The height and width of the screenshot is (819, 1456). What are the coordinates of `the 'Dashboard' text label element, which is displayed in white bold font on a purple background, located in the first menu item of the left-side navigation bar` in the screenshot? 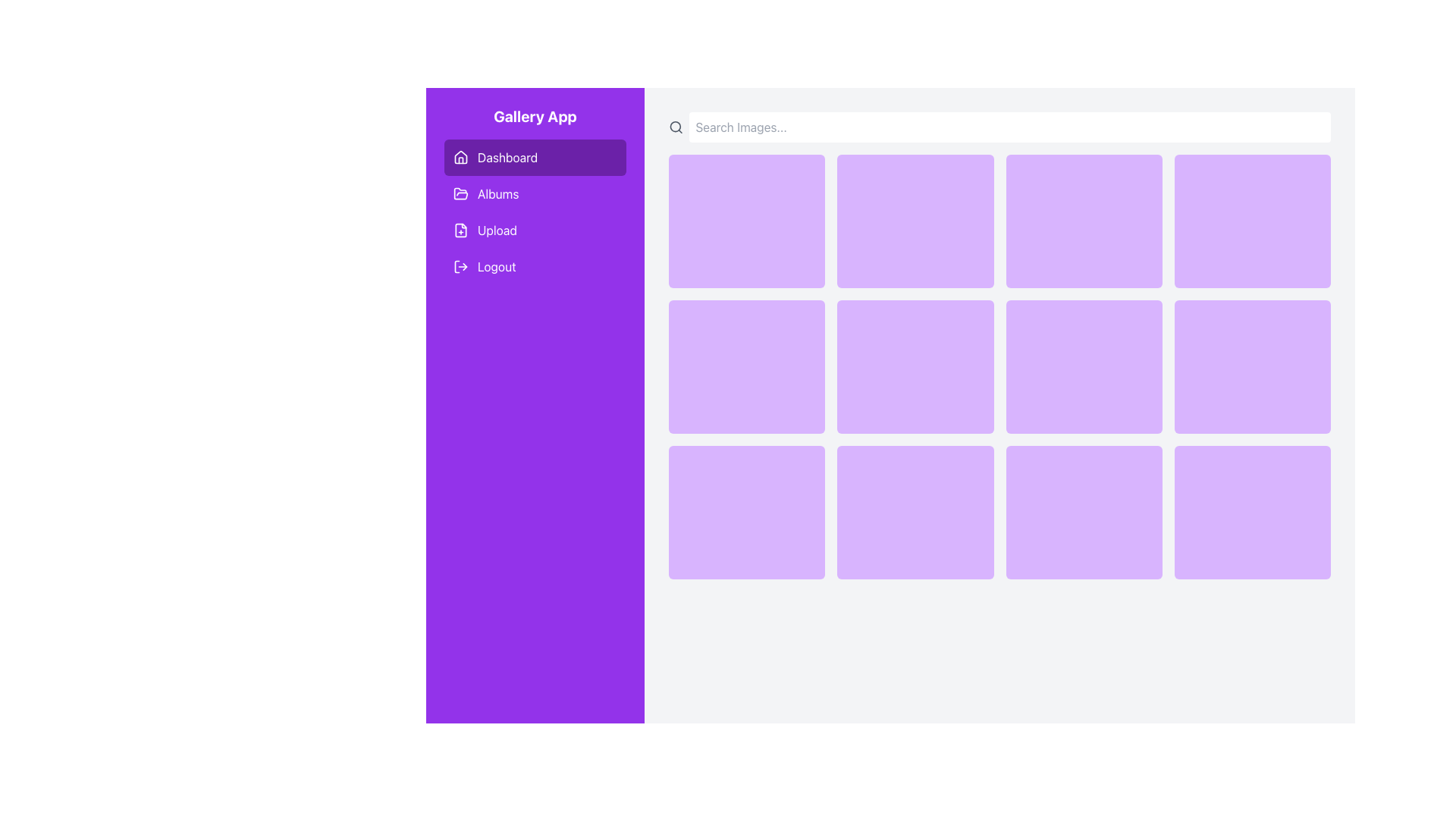 It's located at (507, 158).